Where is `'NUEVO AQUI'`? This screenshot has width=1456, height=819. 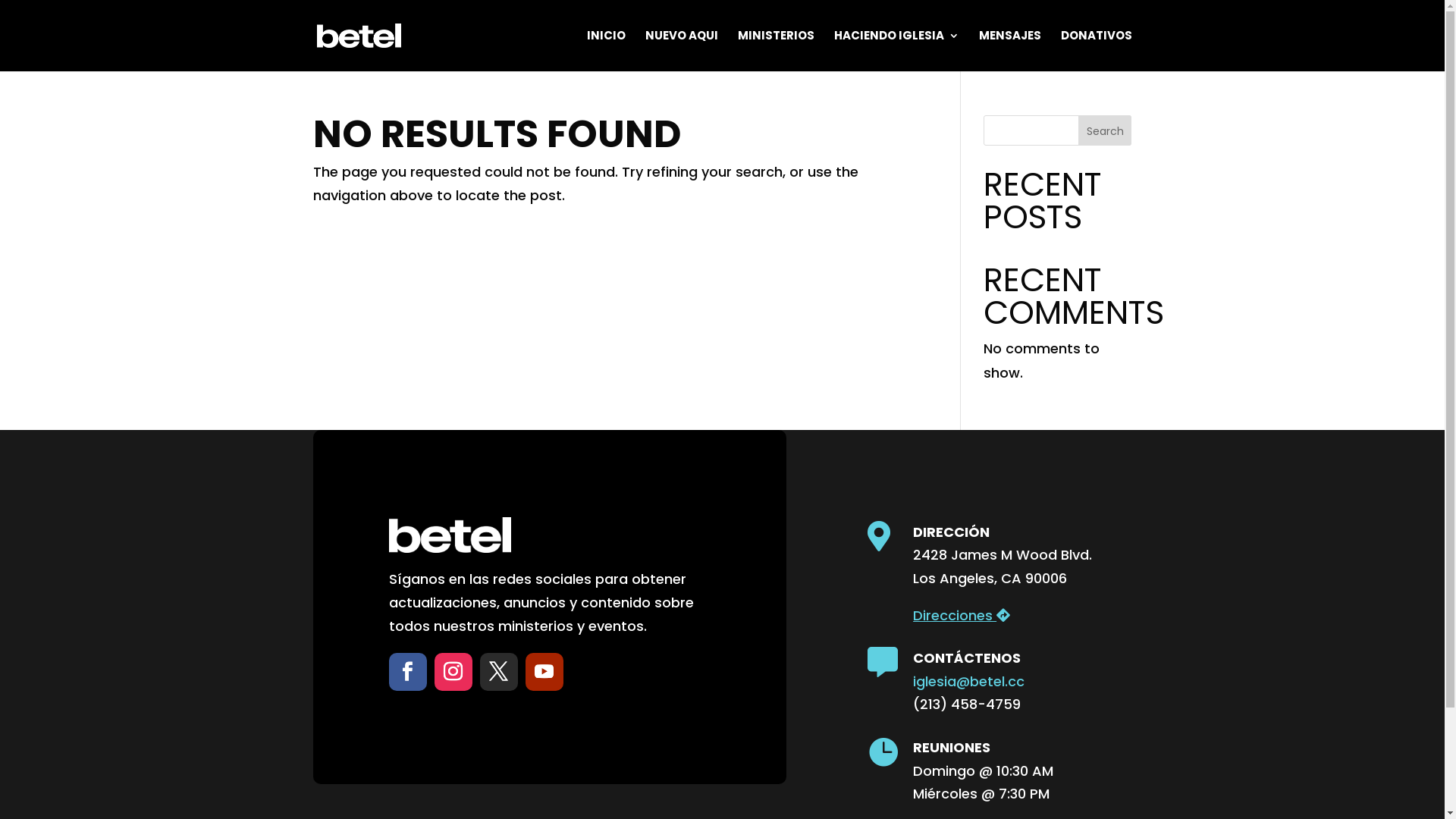
'NUEVO AQUI' is located at coordinates (644, 49).